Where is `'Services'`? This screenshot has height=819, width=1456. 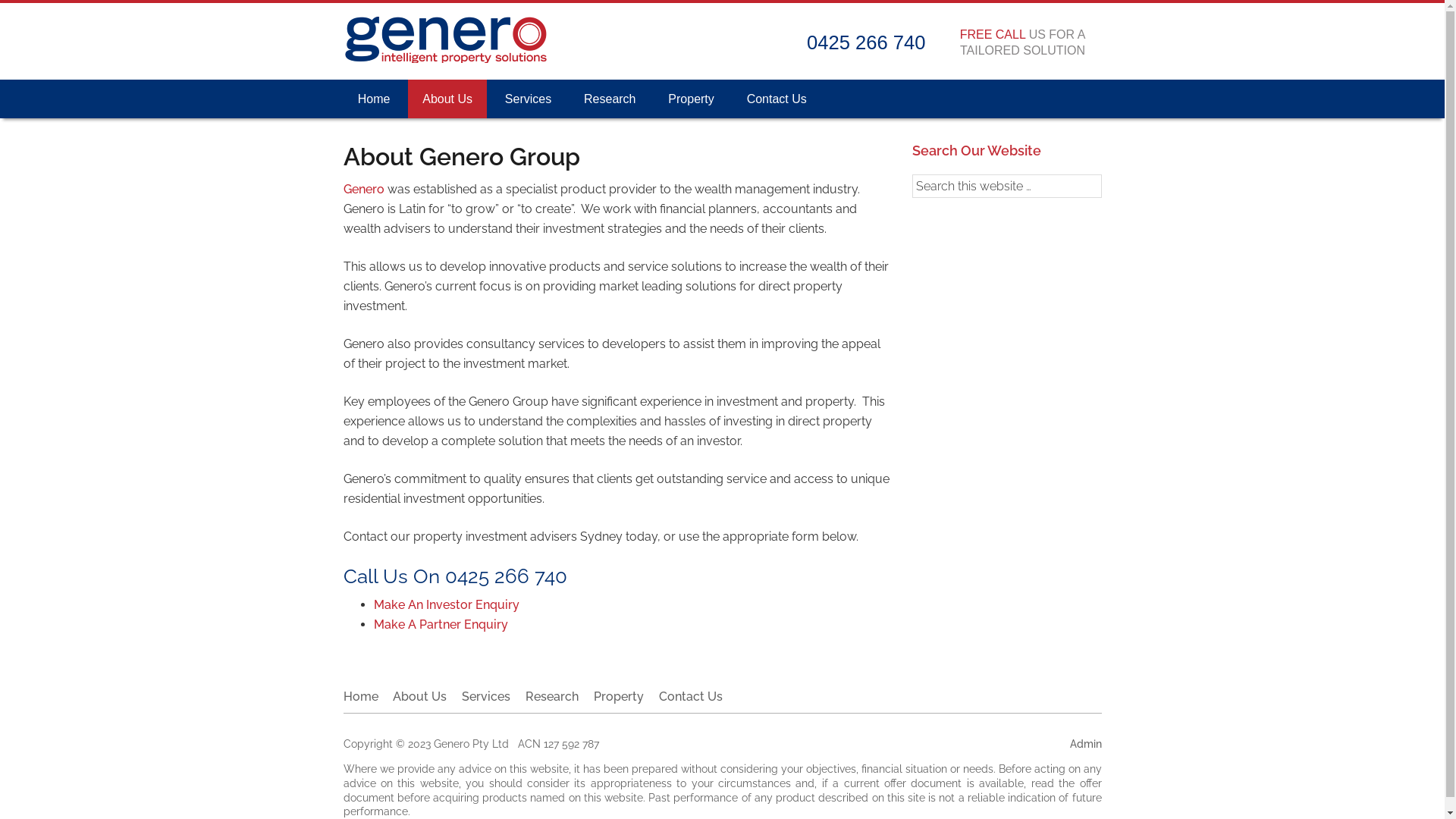 'Services' is located at coordinates (486, 696).